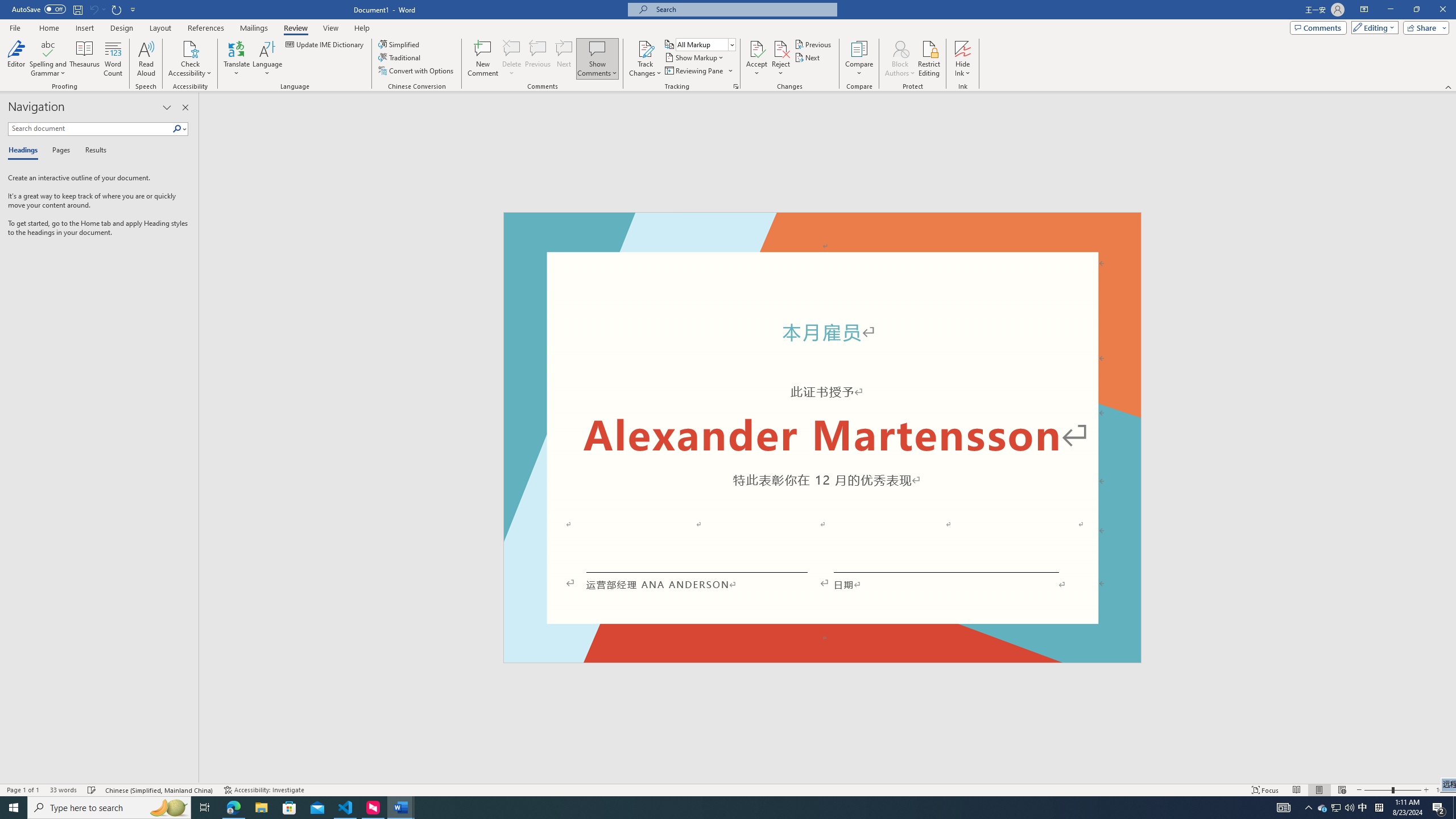 This screenshot has width=1456, height=819. What do you see at coordinates (756, 59) in the screenshot?
I see `'Accept'` at bounding box center [756, 59].